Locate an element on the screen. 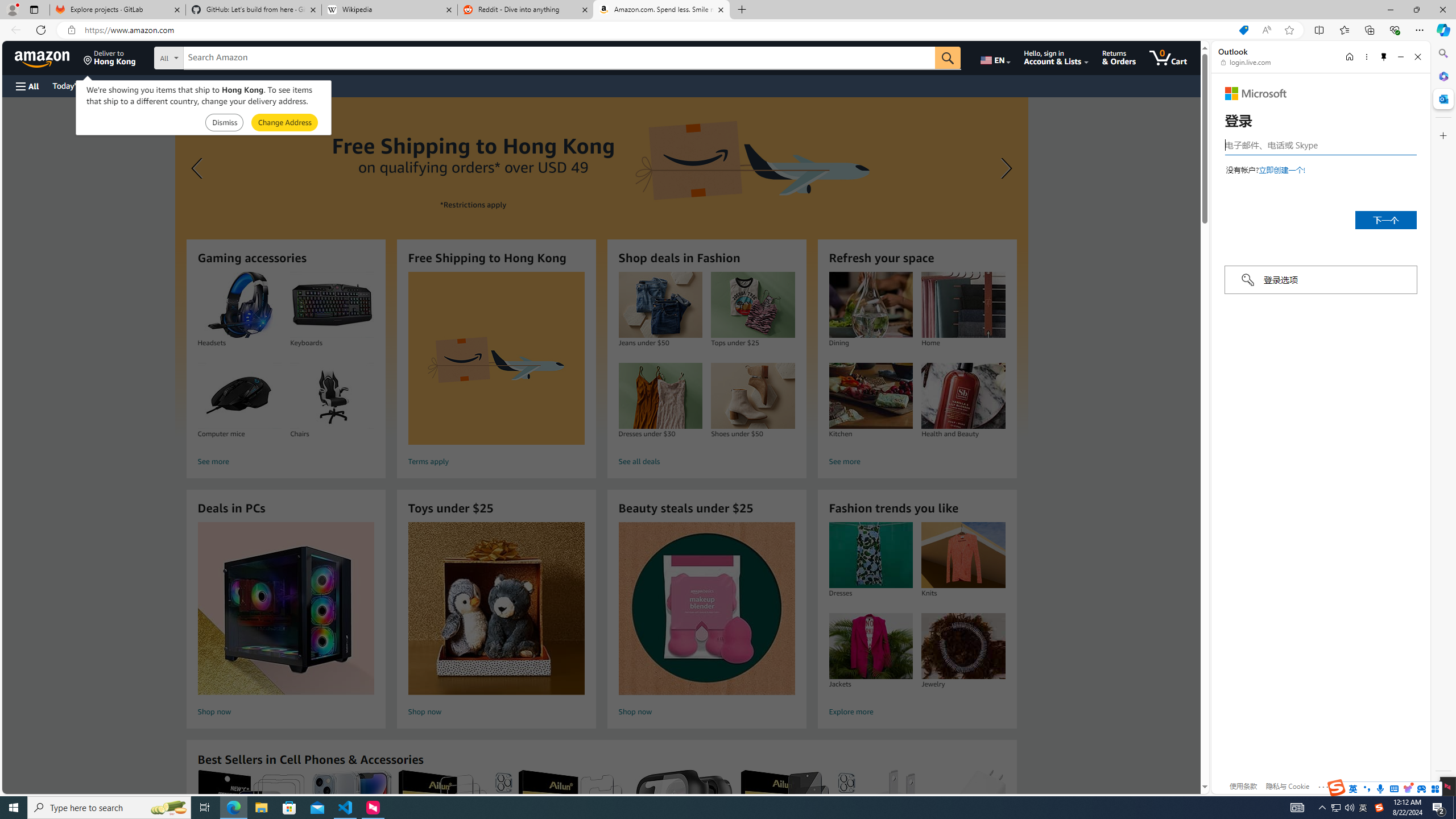 The width and height of the screenshot is (1456, 819). '0 items in cart' is located at coordinates (1168, 57).